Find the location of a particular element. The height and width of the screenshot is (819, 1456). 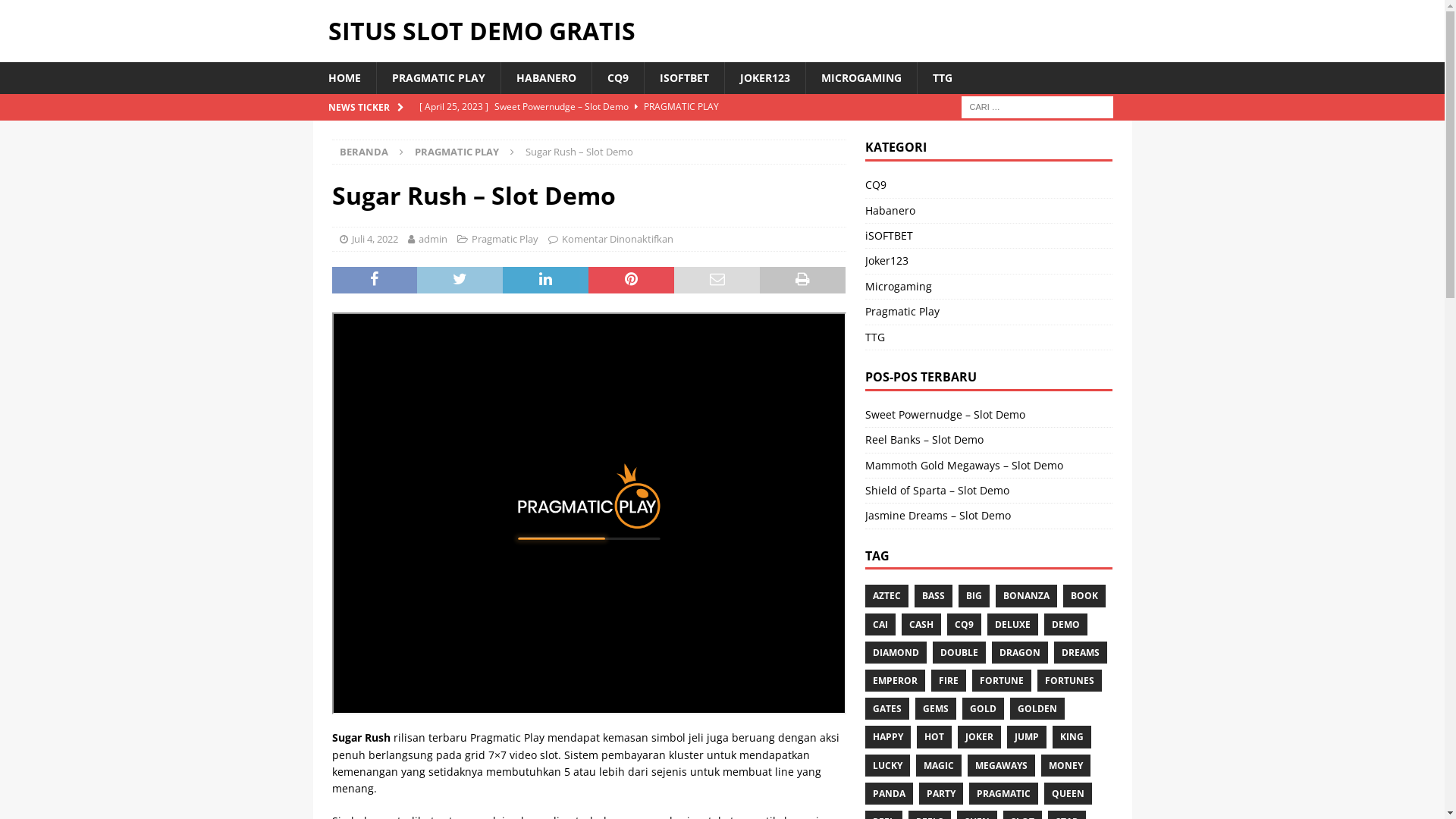

'GEMS' is located at coordinates (934, 708).